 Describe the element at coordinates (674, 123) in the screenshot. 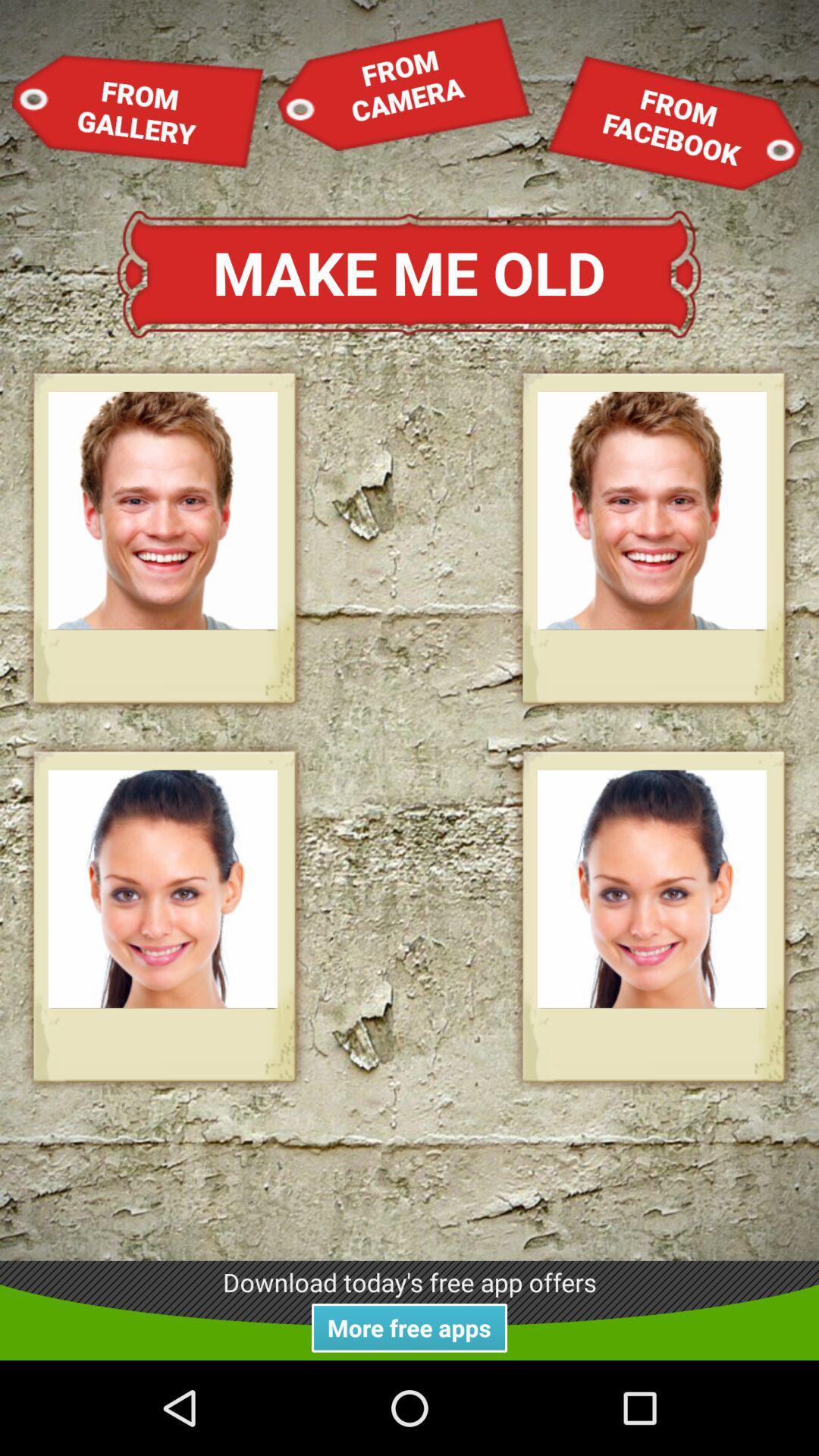

I see `item to the right of the from` at that location.